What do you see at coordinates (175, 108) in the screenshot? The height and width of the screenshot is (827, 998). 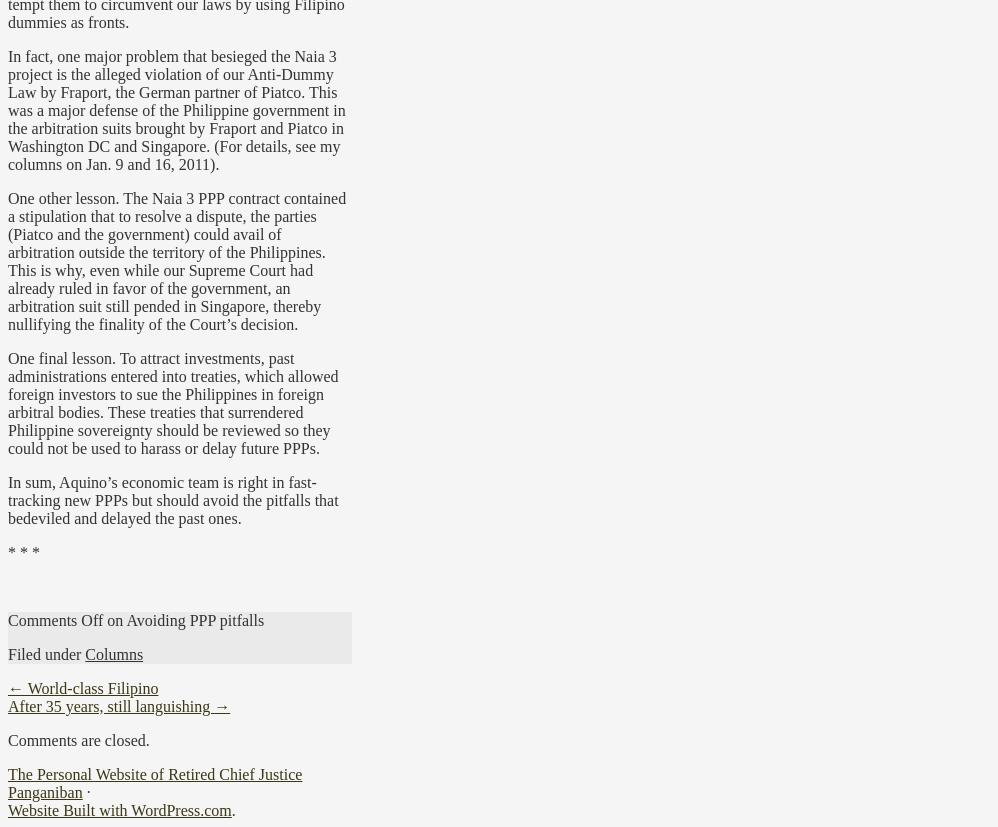 I see `'In fact, one major problem that besieged the Naia 3 project is the alleged violation of our Anti-Dummy Law by Fraport, the German partner of Piatco. This was a major defense of the Philippine government in the arbitration suits brought by Fraport and Piatco in Washington DC and Singapore. (For details, see my columns on Jan. 9 and 16, 2011).'` at bounding box center [175, 108].